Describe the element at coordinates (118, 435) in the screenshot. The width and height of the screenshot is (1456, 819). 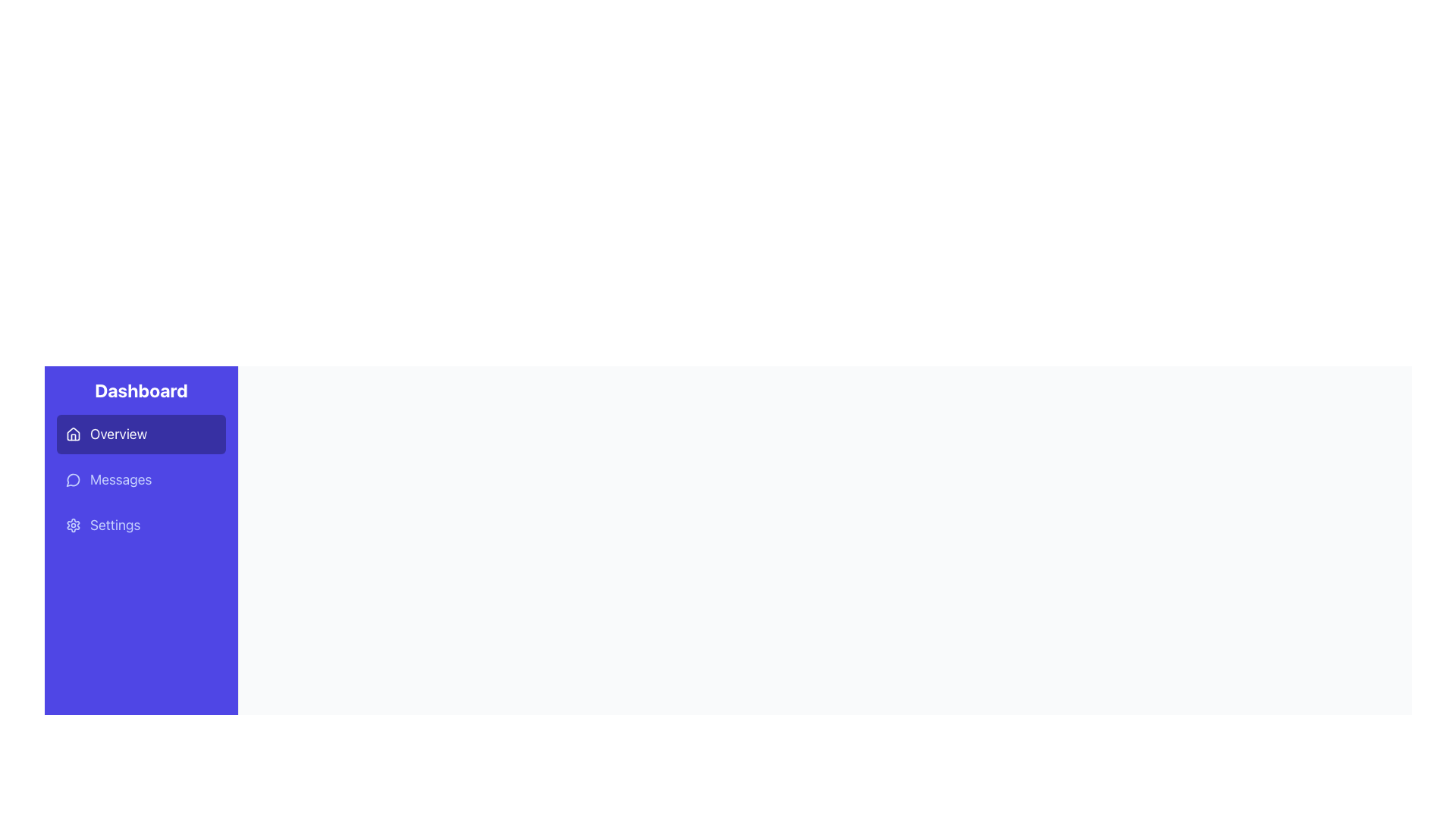
I see `the 'Overview' text label located in the left-hand sidebar under the 'Dashboard' heading, which is aligned horizontally with the house icon` at that location.